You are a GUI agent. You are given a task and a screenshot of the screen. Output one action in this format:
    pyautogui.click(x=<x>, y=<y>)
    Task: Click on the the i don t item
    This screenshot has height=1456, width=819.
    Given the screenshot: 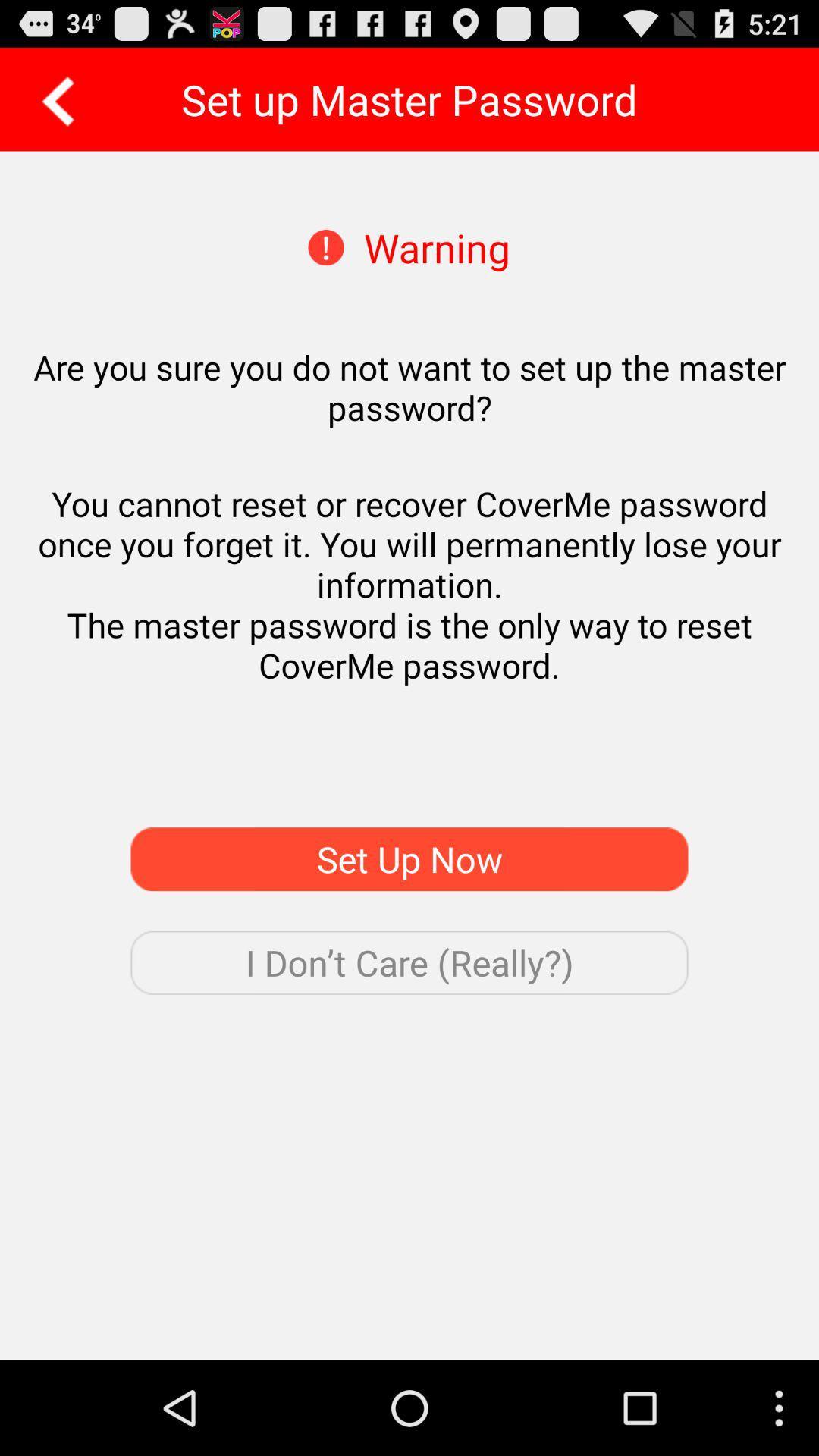 What is the action you would take?
    pyautogui.click(x=409, y=962)
    